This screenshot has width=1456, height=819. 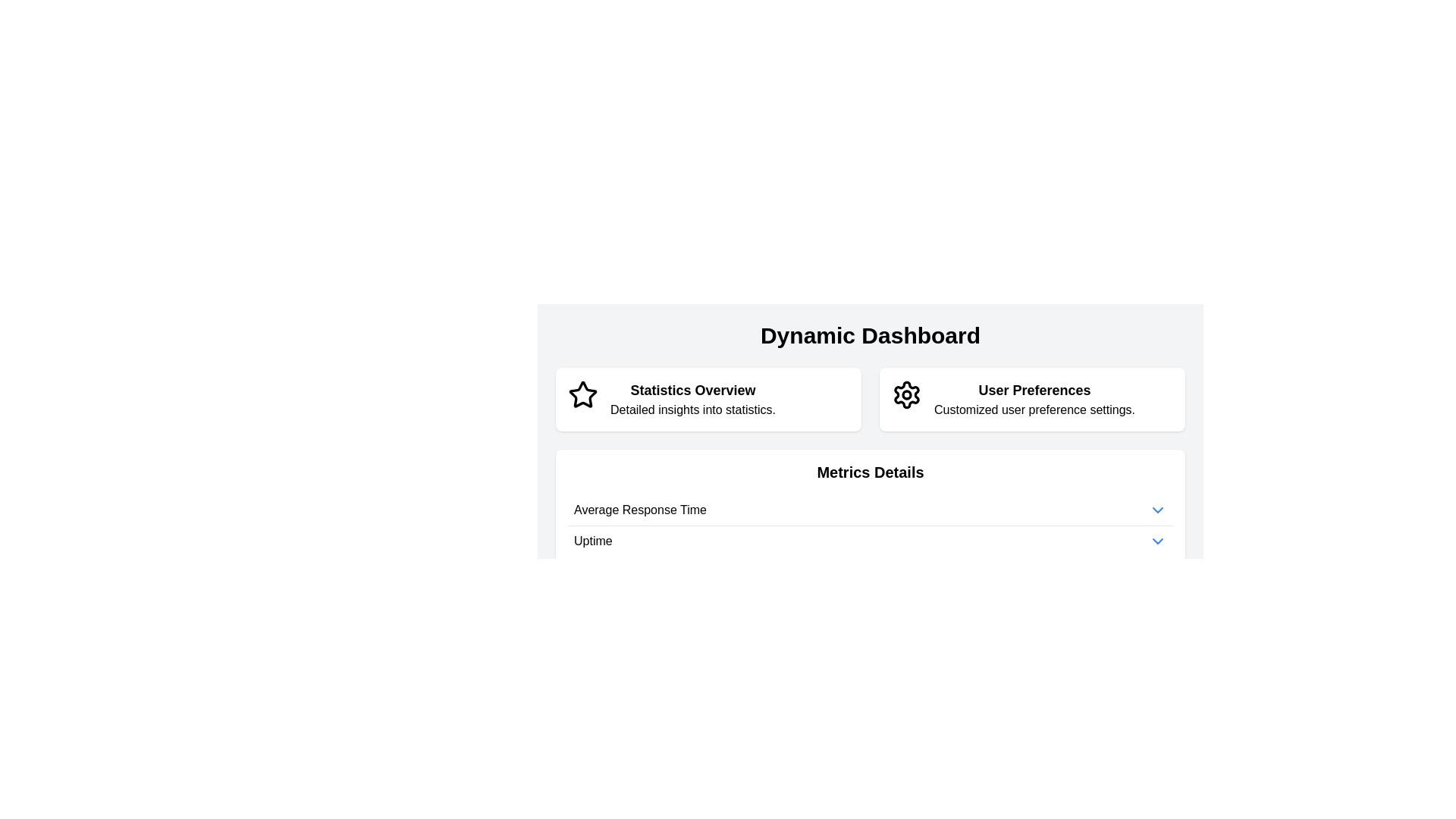 I want to click on static text that provides additional descriptive information explaining the title 'Statistics Overview', located beneath the title within the left section of the row of cards under 'Dynamic Dashboard', so click(x=692, y=409).